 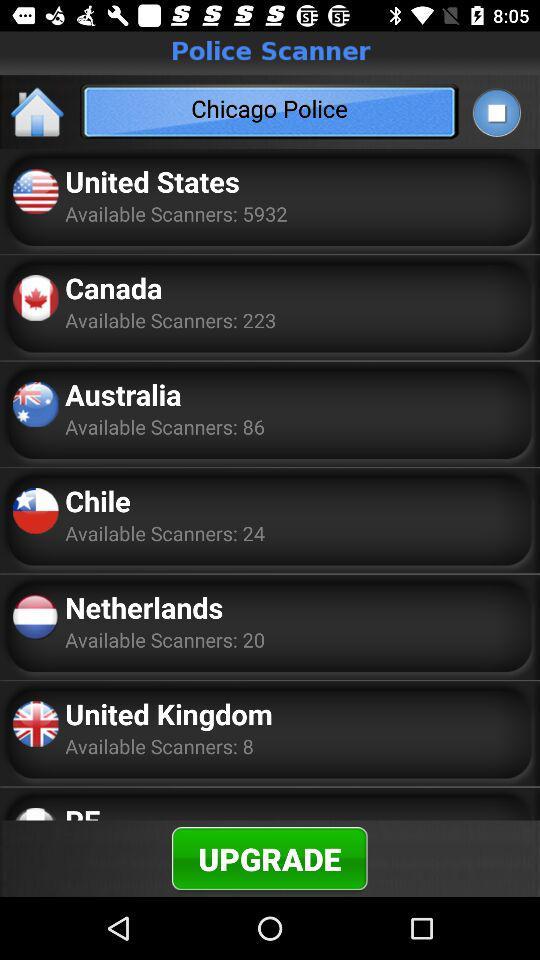 What do you see at coordinates (495, 112) in the screenshot?
I see `the icon at the top right corner` at bounding box center [495, 112].